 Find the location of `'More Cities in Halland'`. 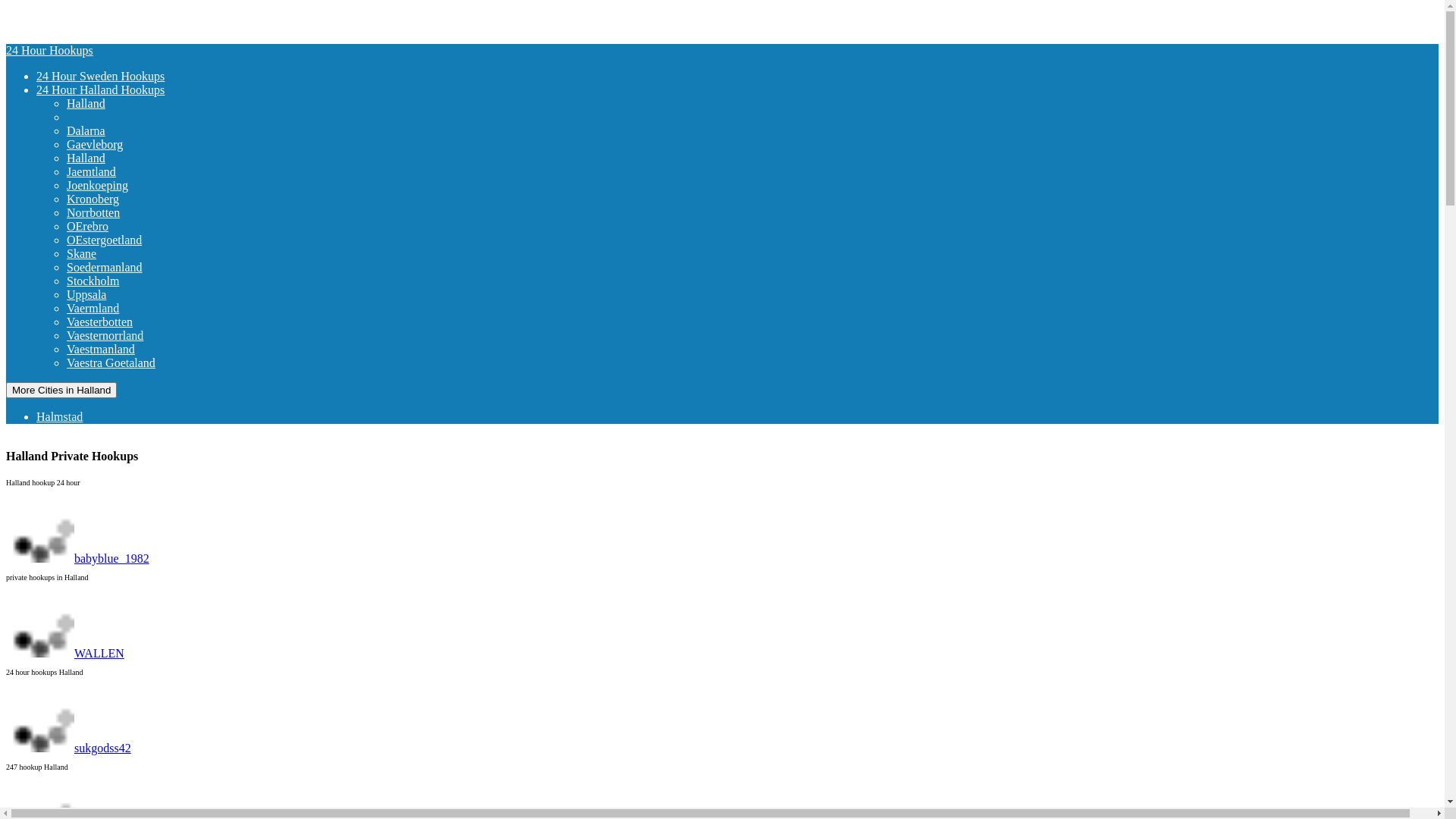

'More Cities in Halland' is located at coordinates (61, 389).